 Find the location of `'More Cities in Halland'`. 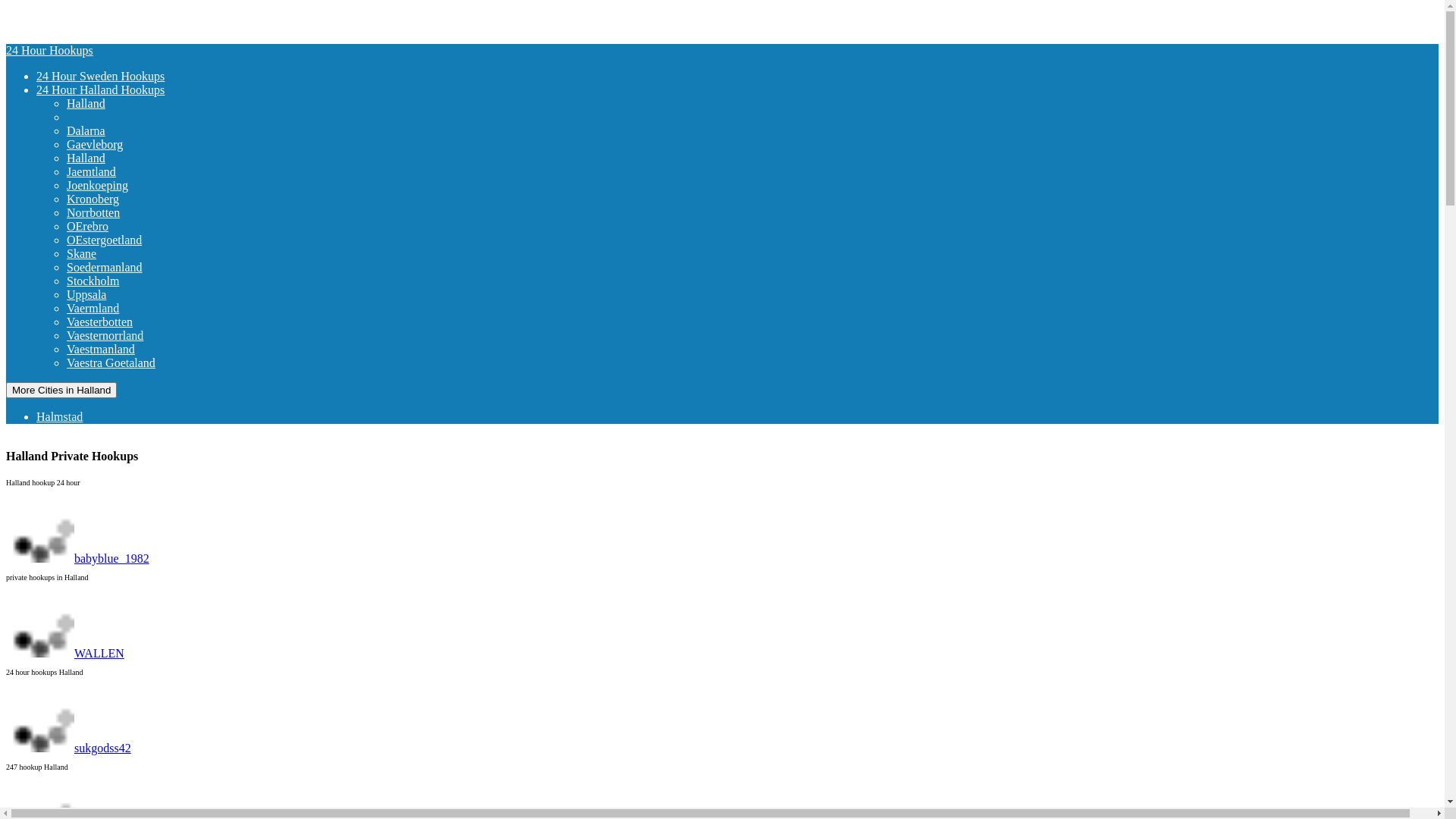

'More Cities in Halland' is located at coordinates (61, 389).